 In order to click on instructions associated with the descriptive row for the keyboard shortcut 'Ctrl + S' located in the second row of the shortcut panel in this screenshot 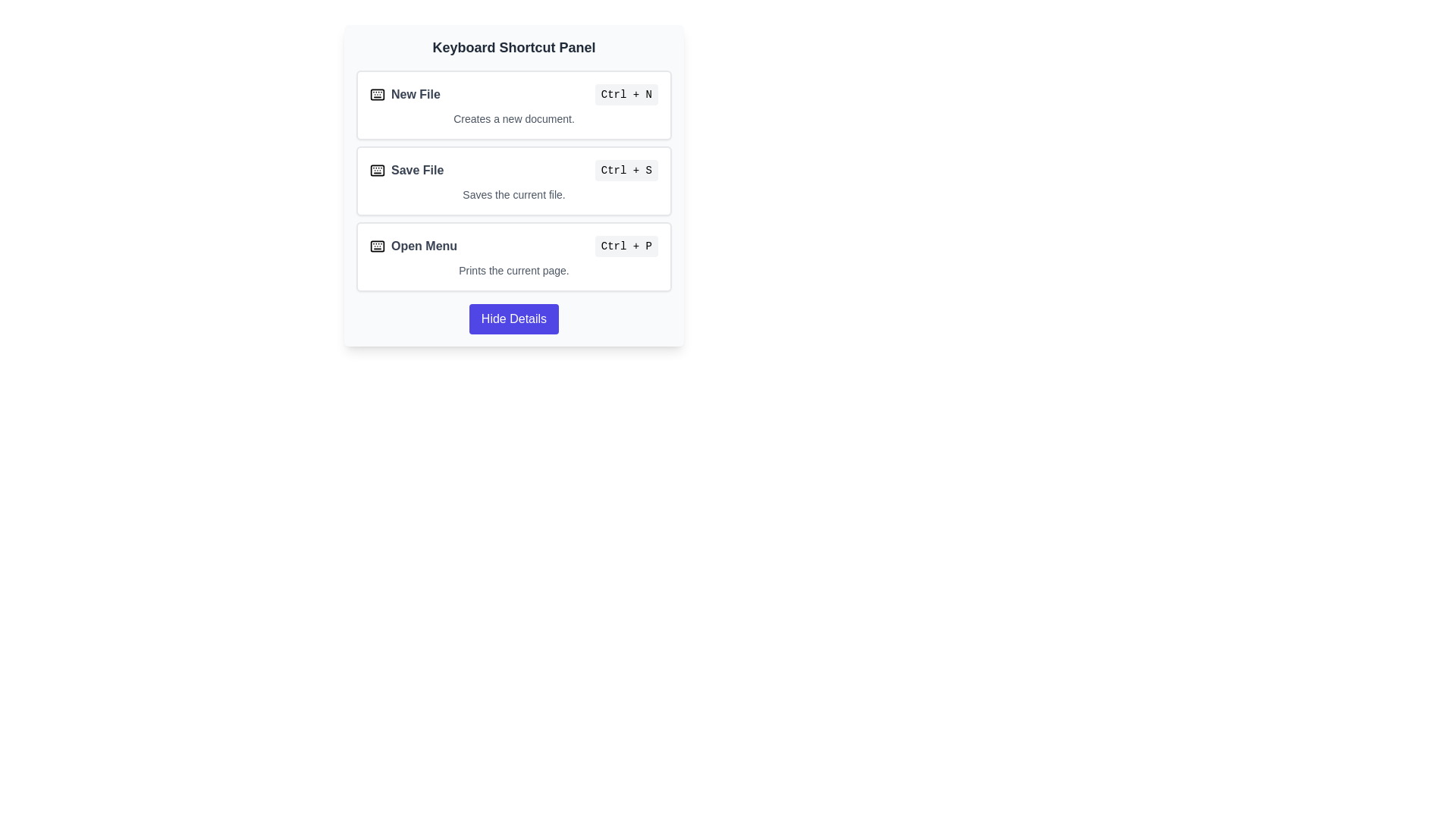, I will do `click(513, 170)`.